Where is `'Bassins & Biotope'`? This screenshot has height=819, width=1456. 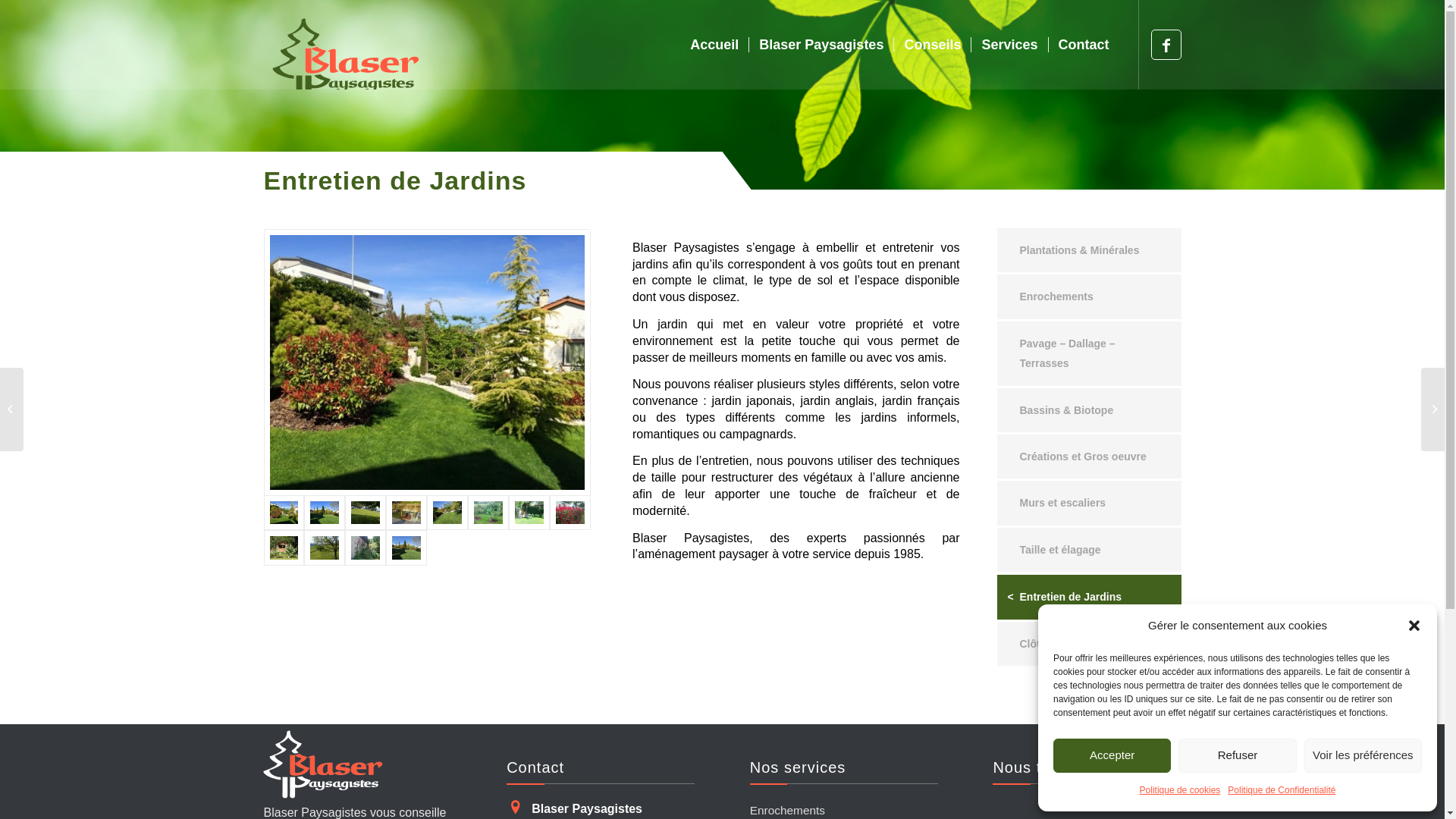
'Bassins & Biotope' is located at coordinates (1087, 409).